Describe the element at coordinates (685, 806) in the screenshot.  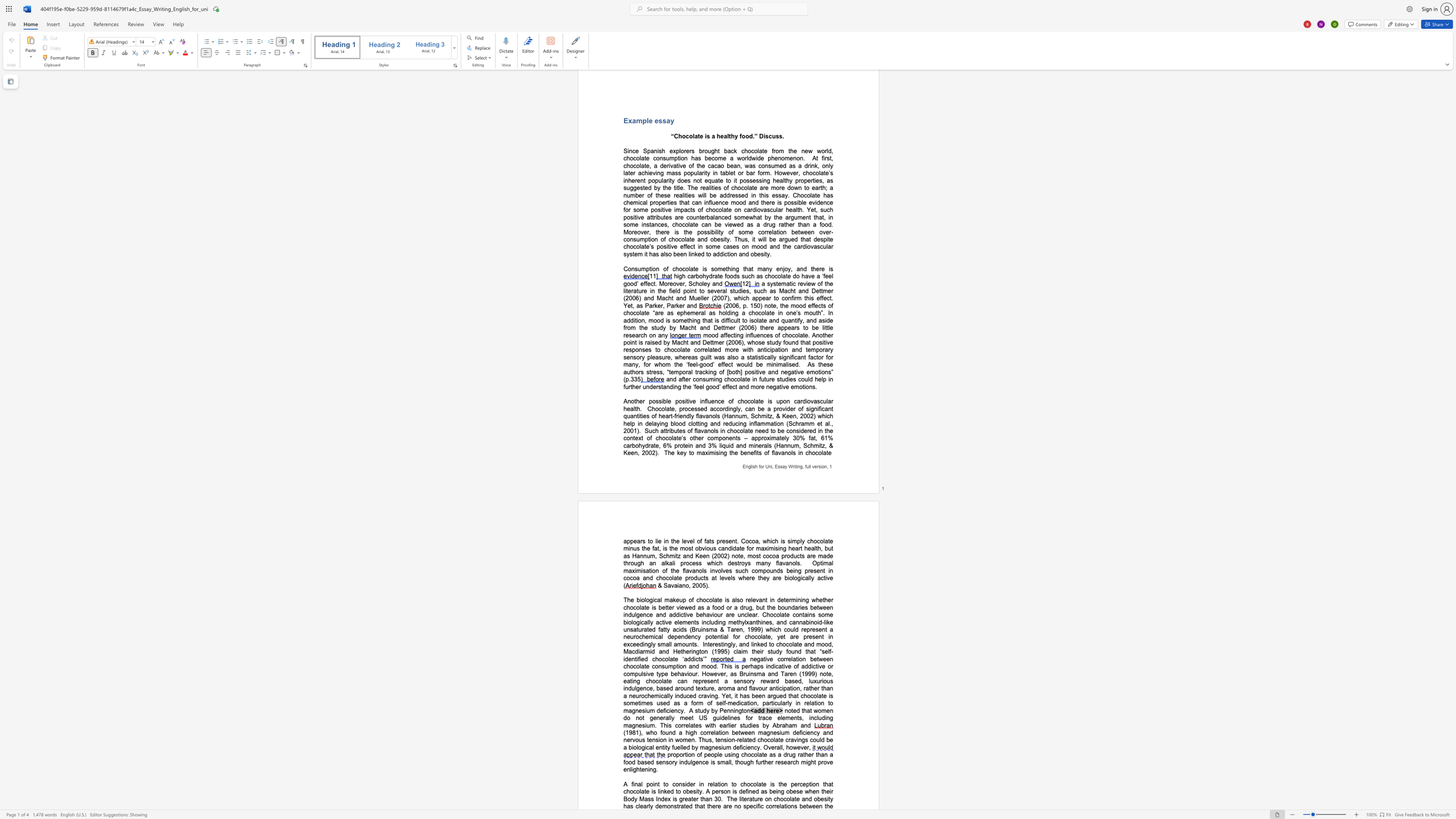
I see `the subset text "ed" within the text "demonstrated"` at that location.